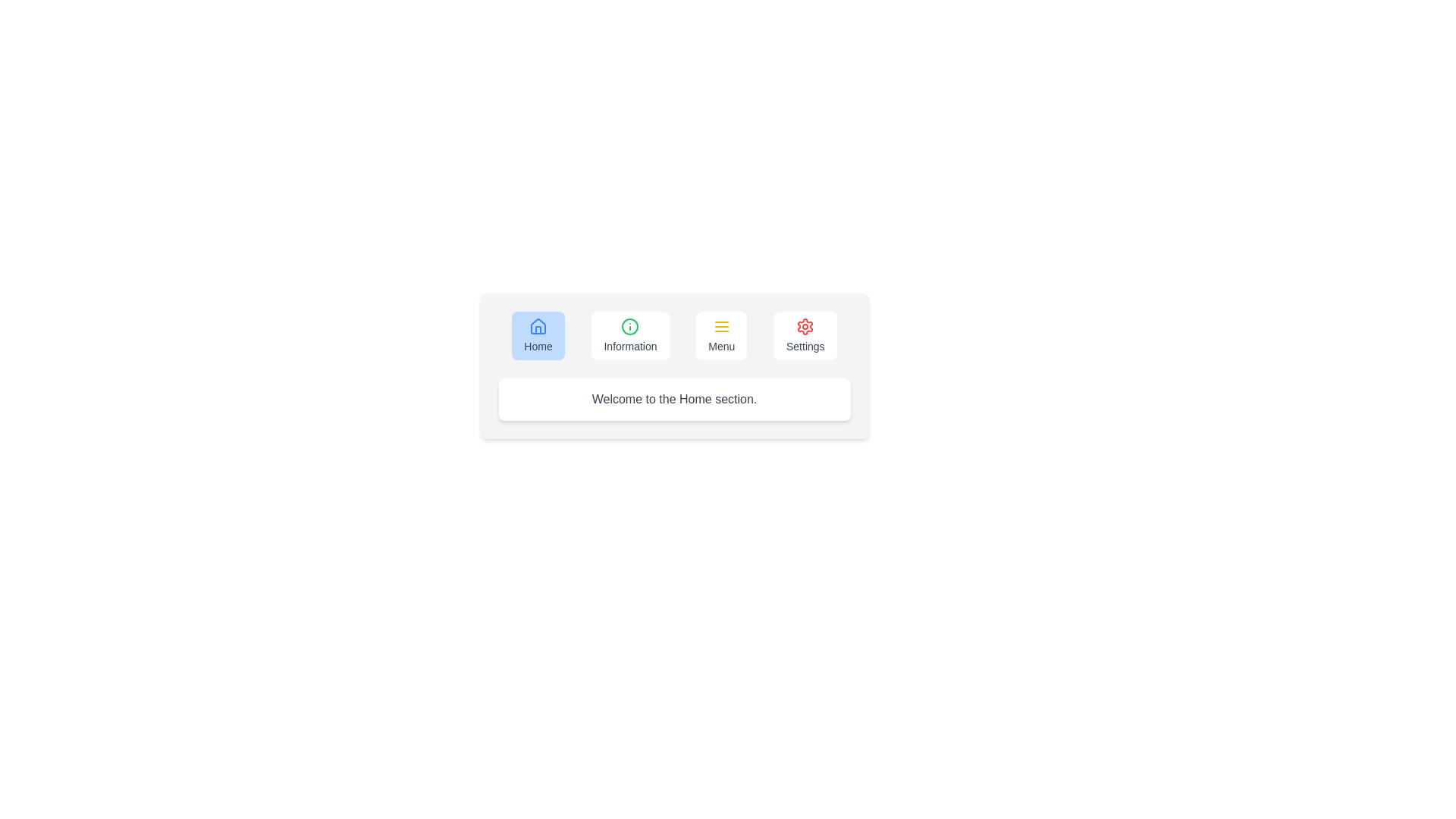  What do you see at coordinates (805, 326) in the screenshot?
I see `the 'Settings' button, which is the fourth button from the left in the horizontal navigation row` at bounding box center [805, 326].